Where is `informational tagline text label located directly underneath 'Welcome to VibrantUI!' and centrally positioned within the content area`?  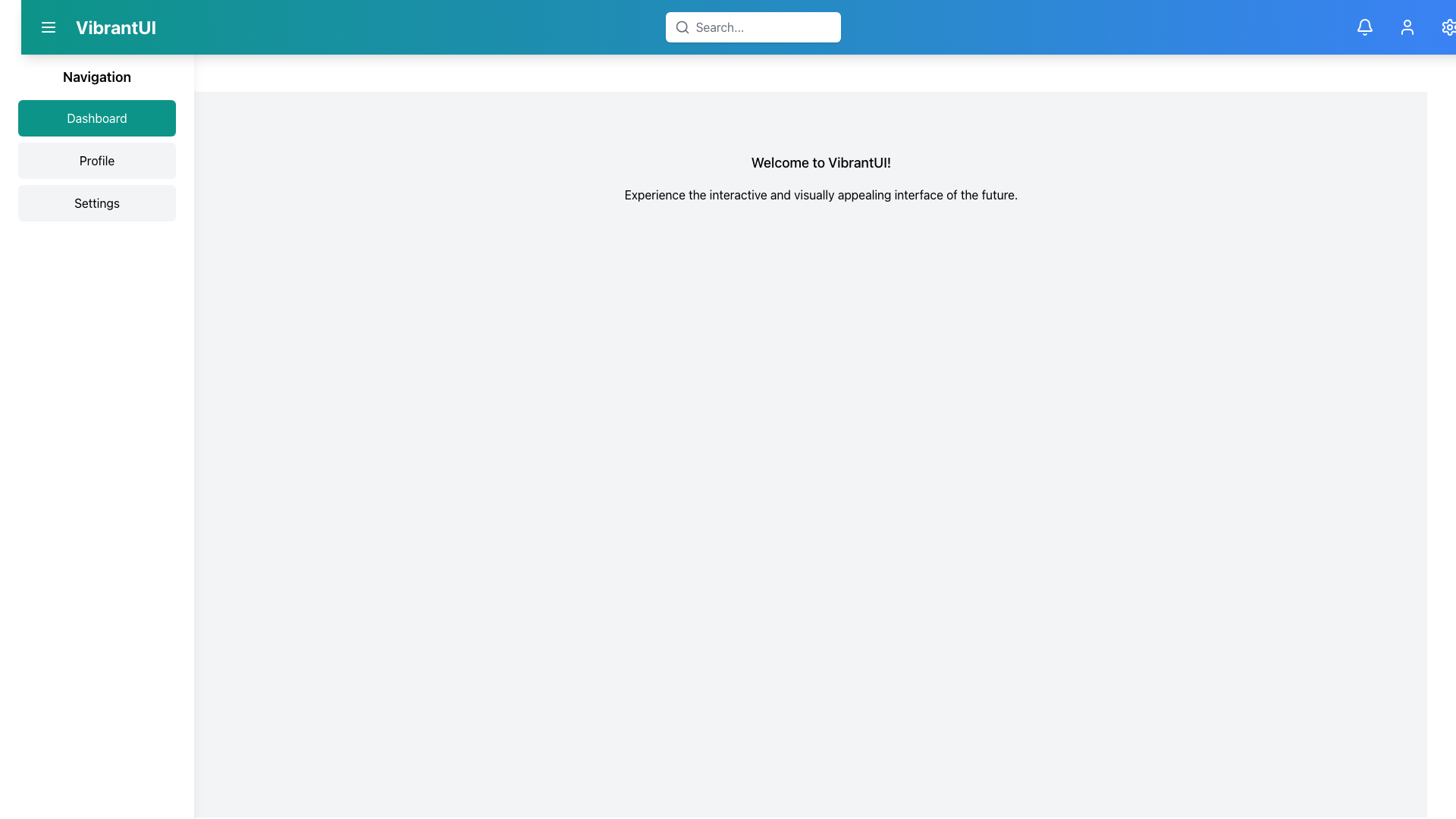
informational tagline text label located directly underneath 'Welcome to VibrantUI!' and centrally positioned within the content area is located at coordinates (821, 194).